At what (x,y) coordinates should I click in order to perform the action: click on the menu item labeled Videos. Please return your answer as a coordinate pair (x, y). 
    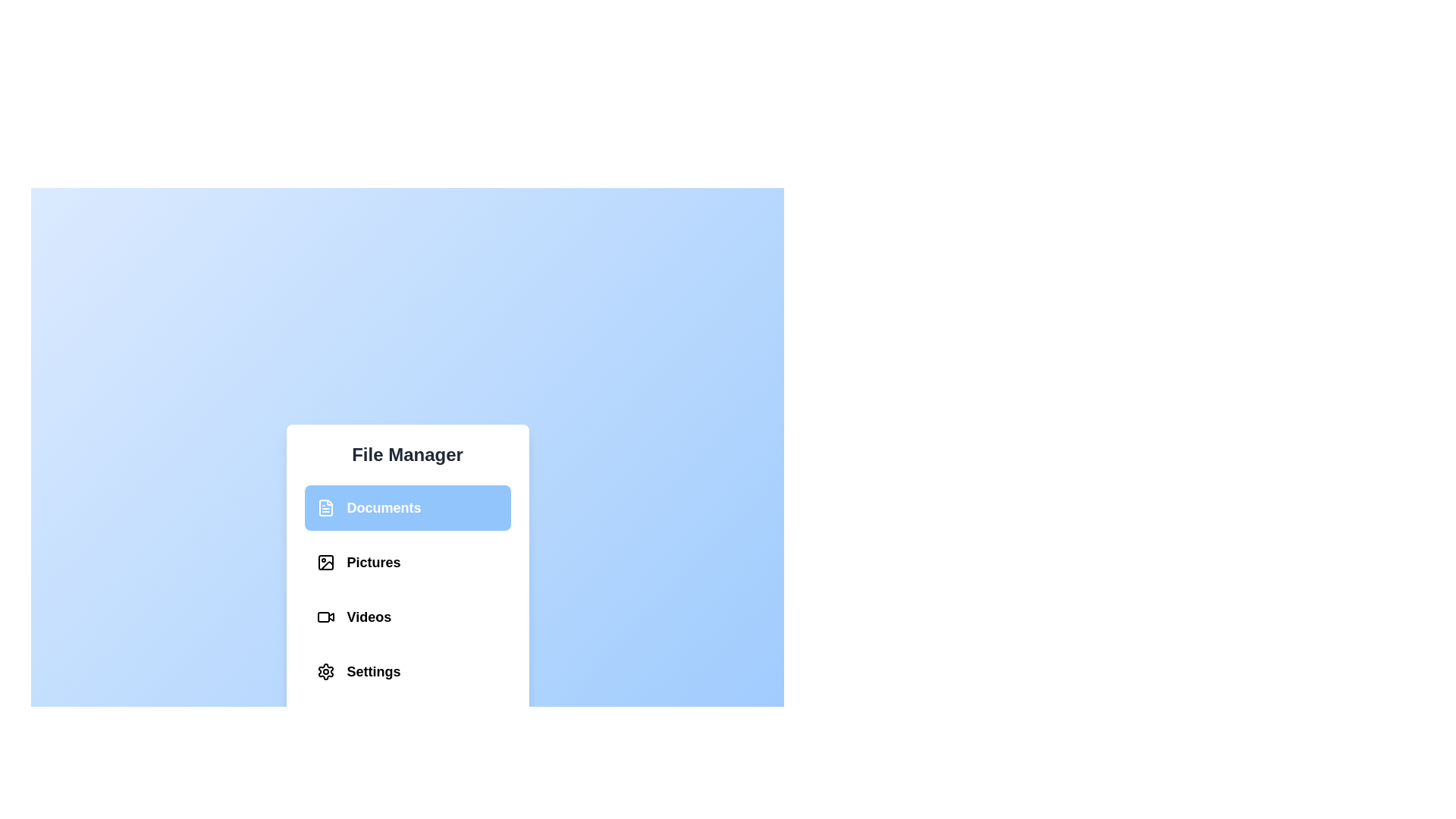
    Looking at the image, I should click on (407, 617).